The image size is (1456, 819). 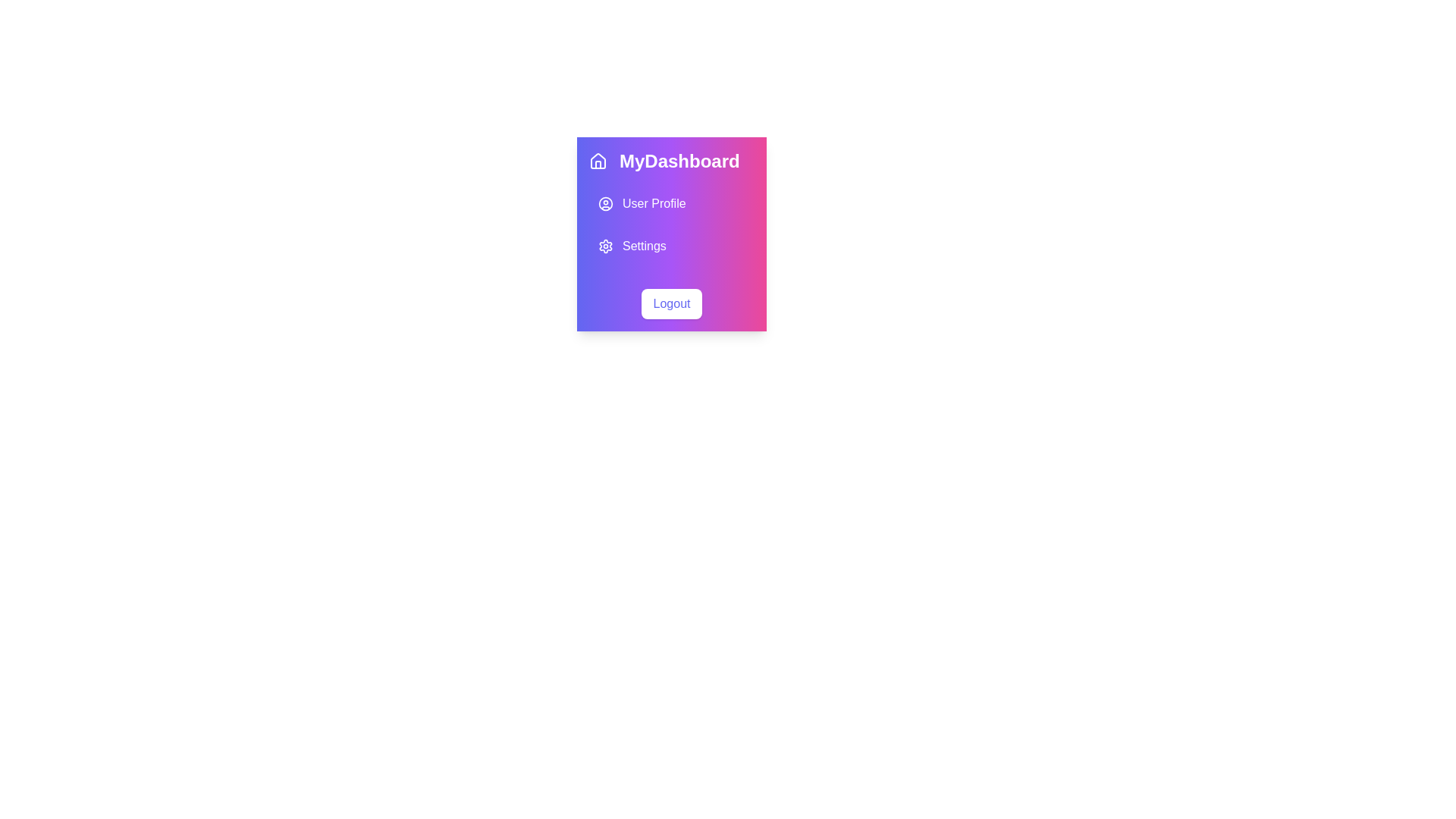 I want to click on the stylized house icon located to the left of the 'MyDashboard' text in the header section of the dashboard interface, so click(x=597, y=161).